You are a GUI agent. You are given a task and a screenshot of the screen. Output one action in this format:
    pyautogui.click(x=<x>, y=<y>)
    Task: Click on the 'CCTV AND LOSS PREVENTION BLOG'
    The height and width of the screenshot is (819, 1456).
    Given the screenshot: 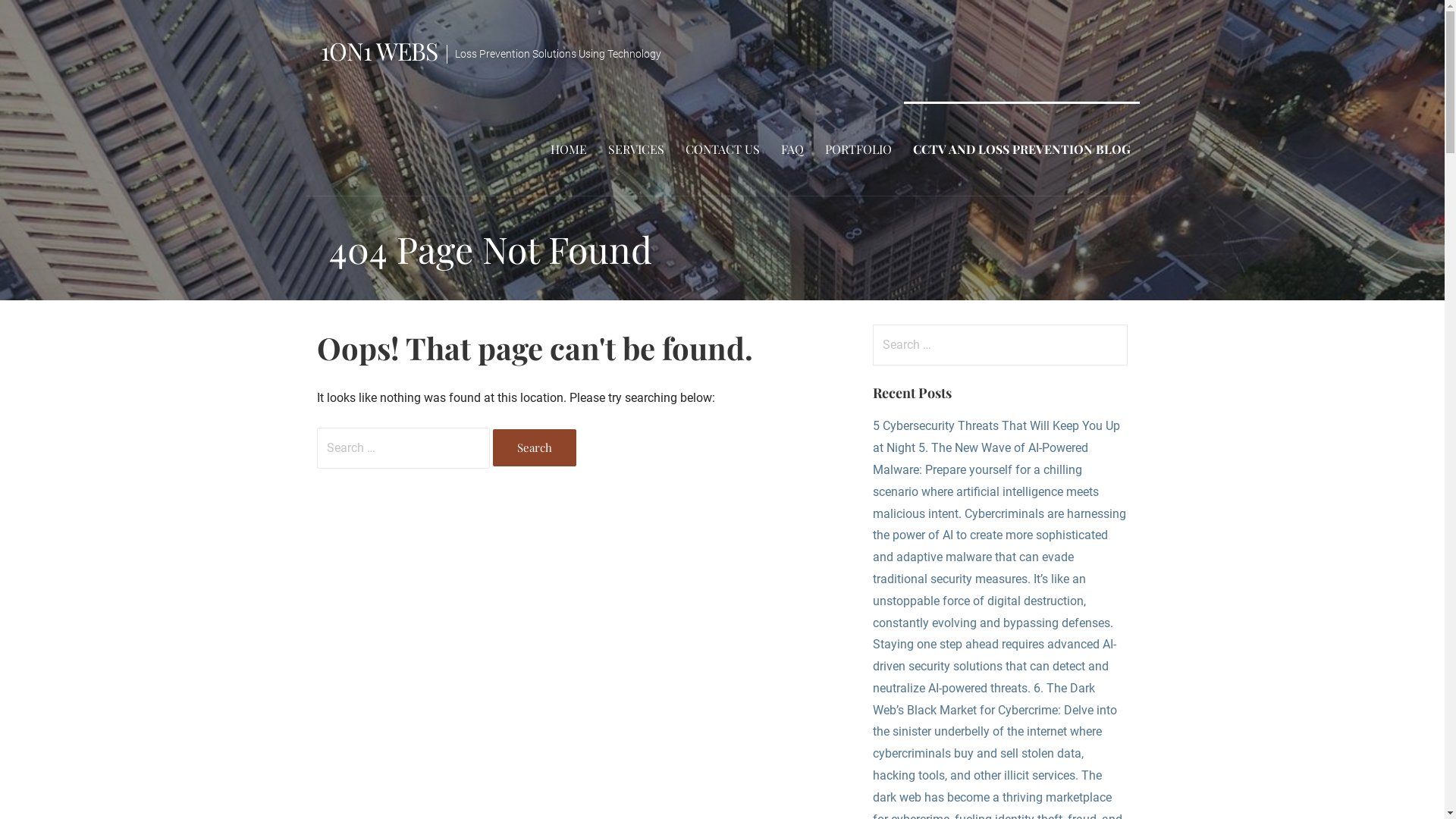 What is the action you would take?
    pyautogui.click(x=1021, y=149)
    